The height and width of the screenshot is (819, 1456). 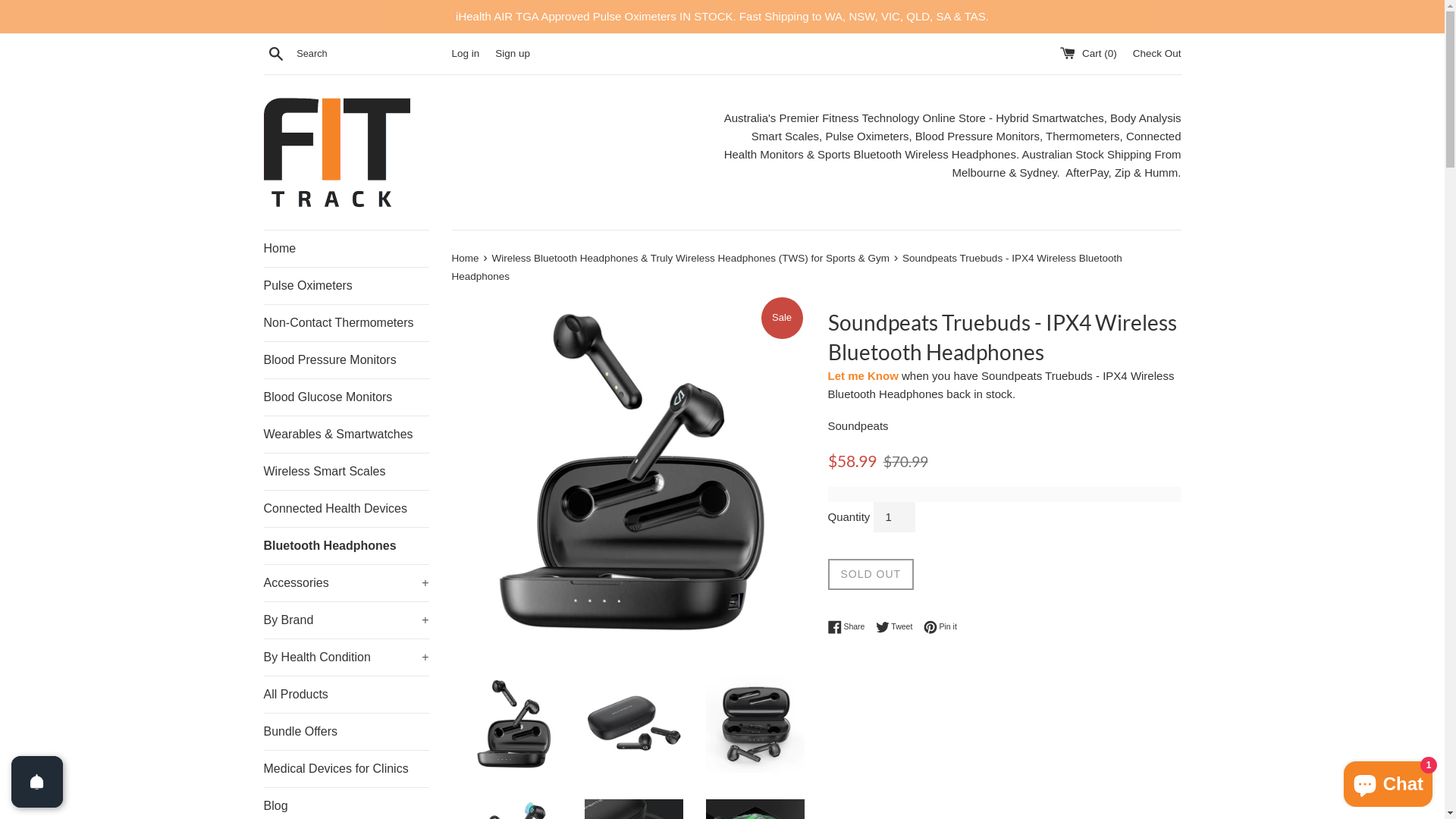 I want to click on 'Bluetooth Headphones', so click(x=345, y=546).